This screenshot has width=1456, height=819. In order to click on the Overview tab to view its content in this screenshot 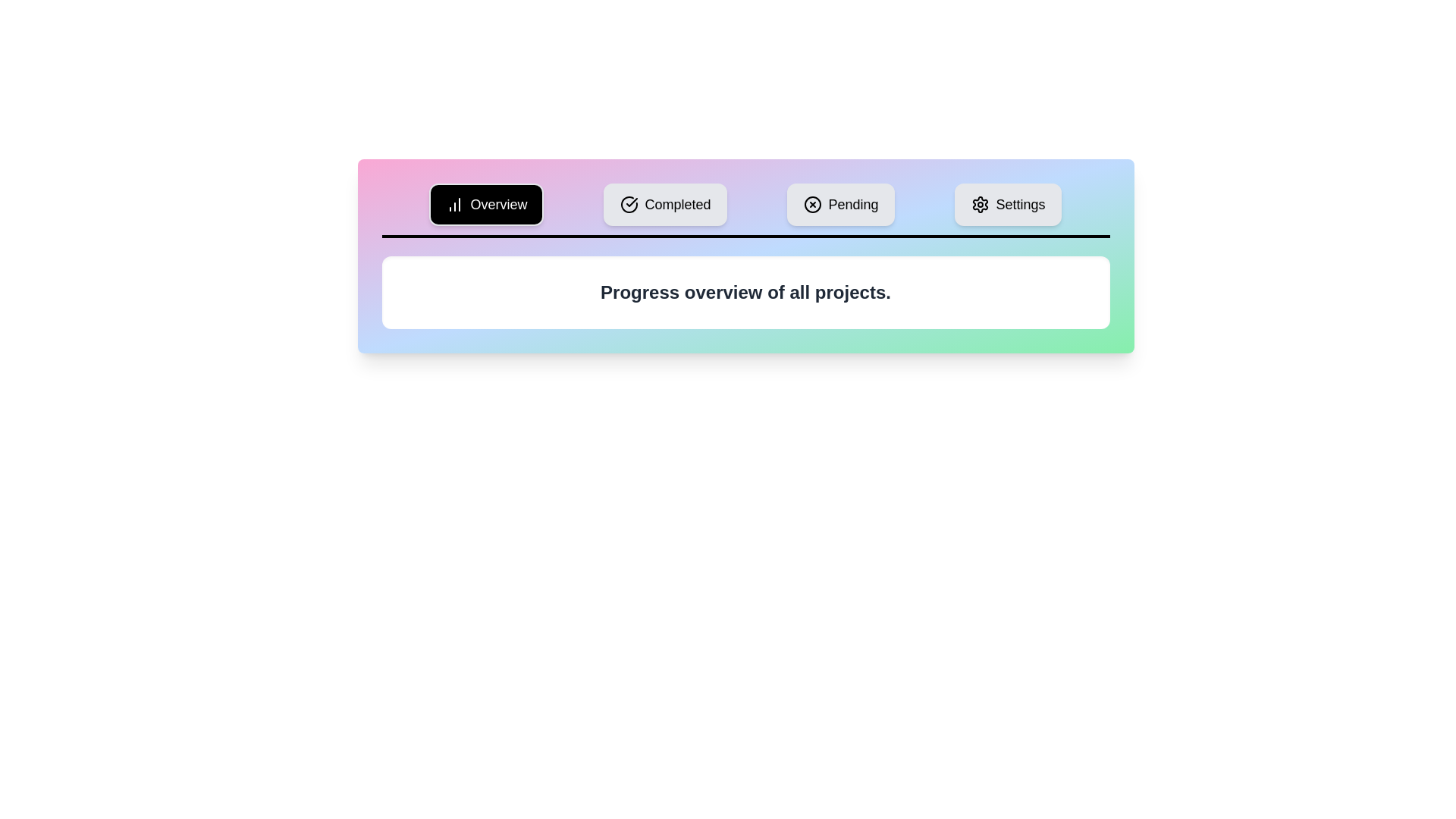, I will do `click(487, 205)`.